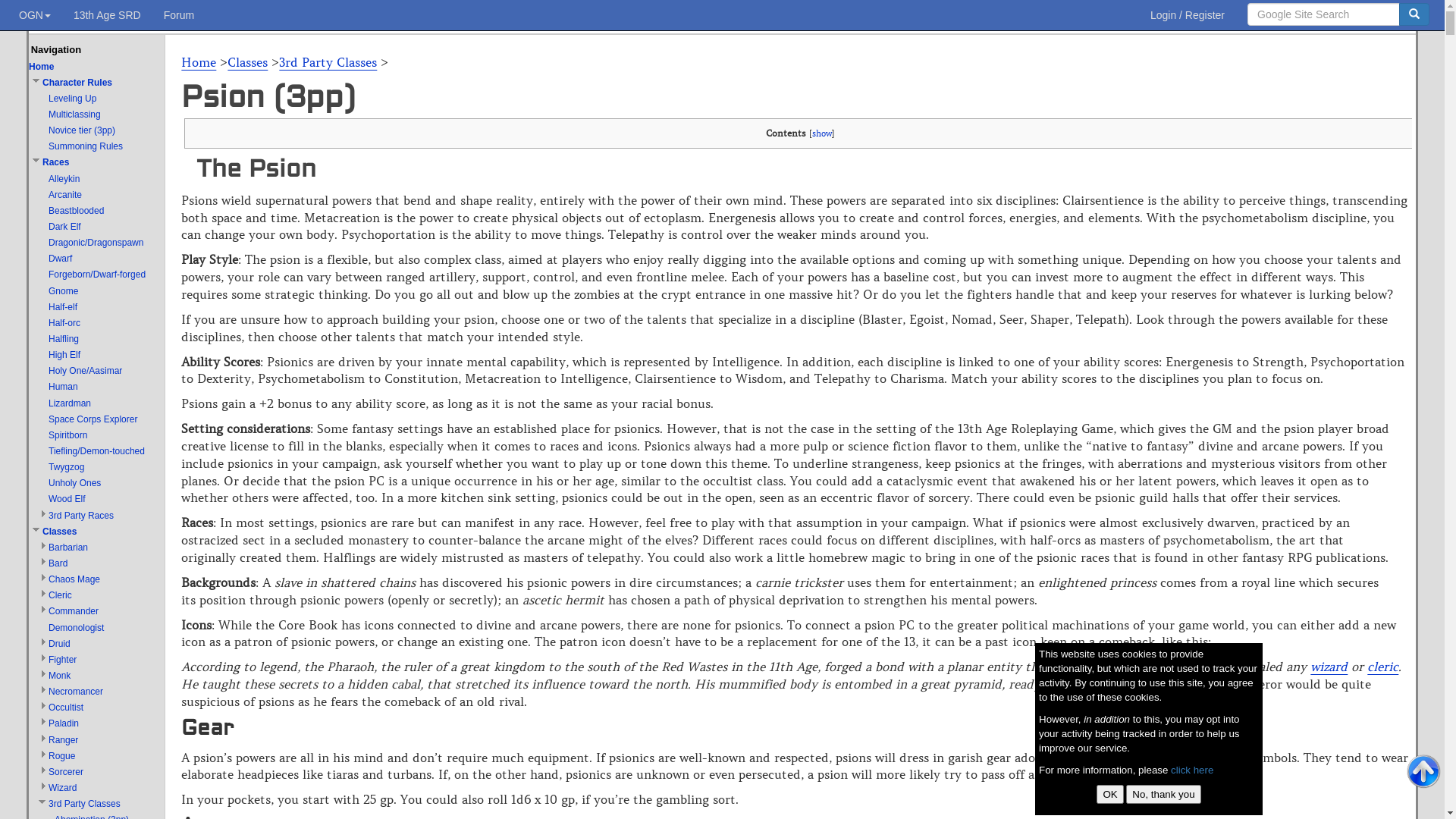 The height and width of the screenshot is (819, 1456). What do you see at coordinates (42, 162) in the screenshot?
I see `'Races'` at bounding box center [42, 162].